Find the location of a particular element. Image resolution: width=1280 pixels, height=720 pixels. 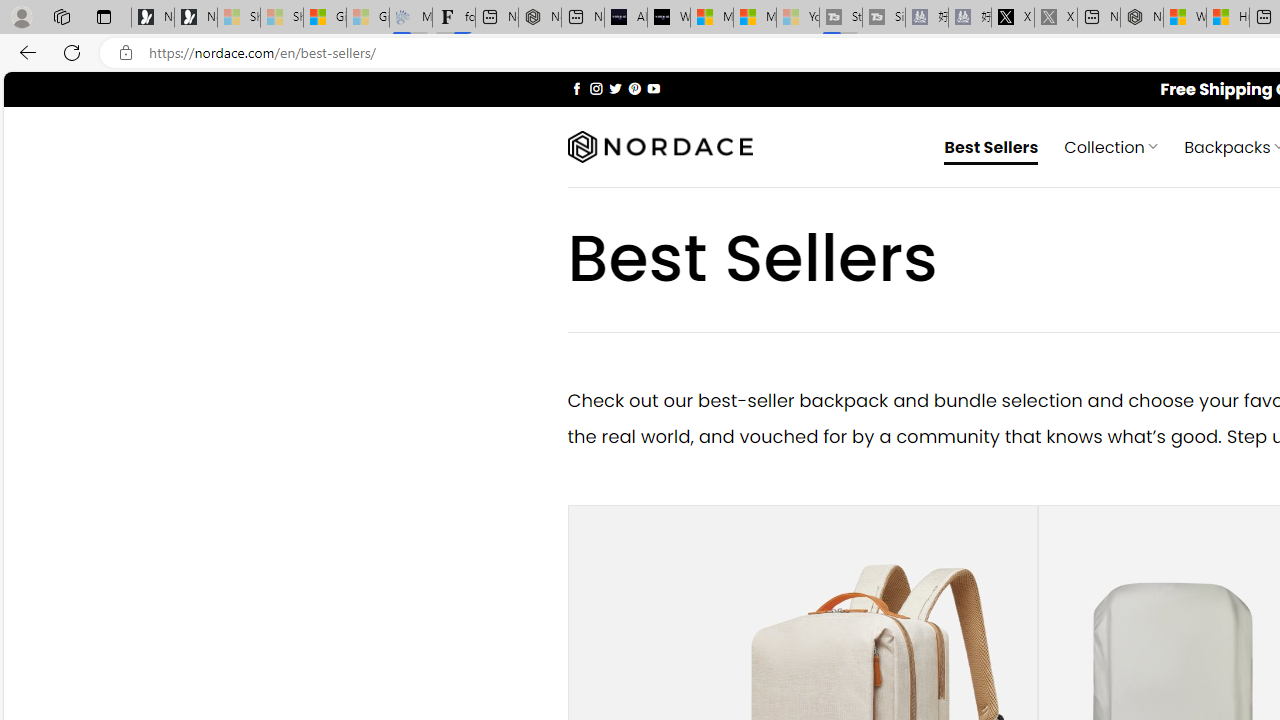

'Wildlife - MSN' is located at coordinates (1184, 17).